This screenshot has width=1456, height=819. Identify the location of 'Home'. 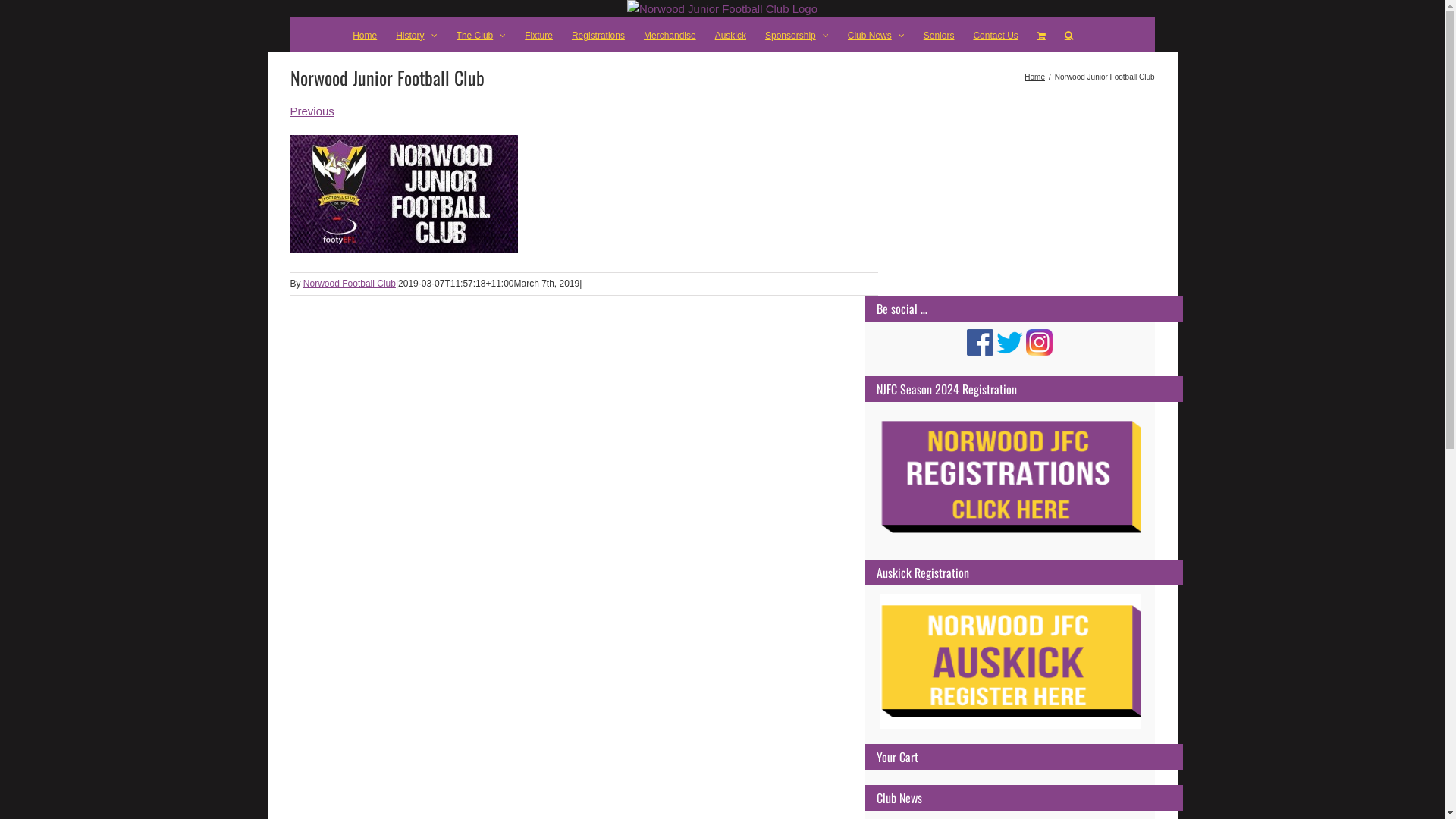
(1034, 77).